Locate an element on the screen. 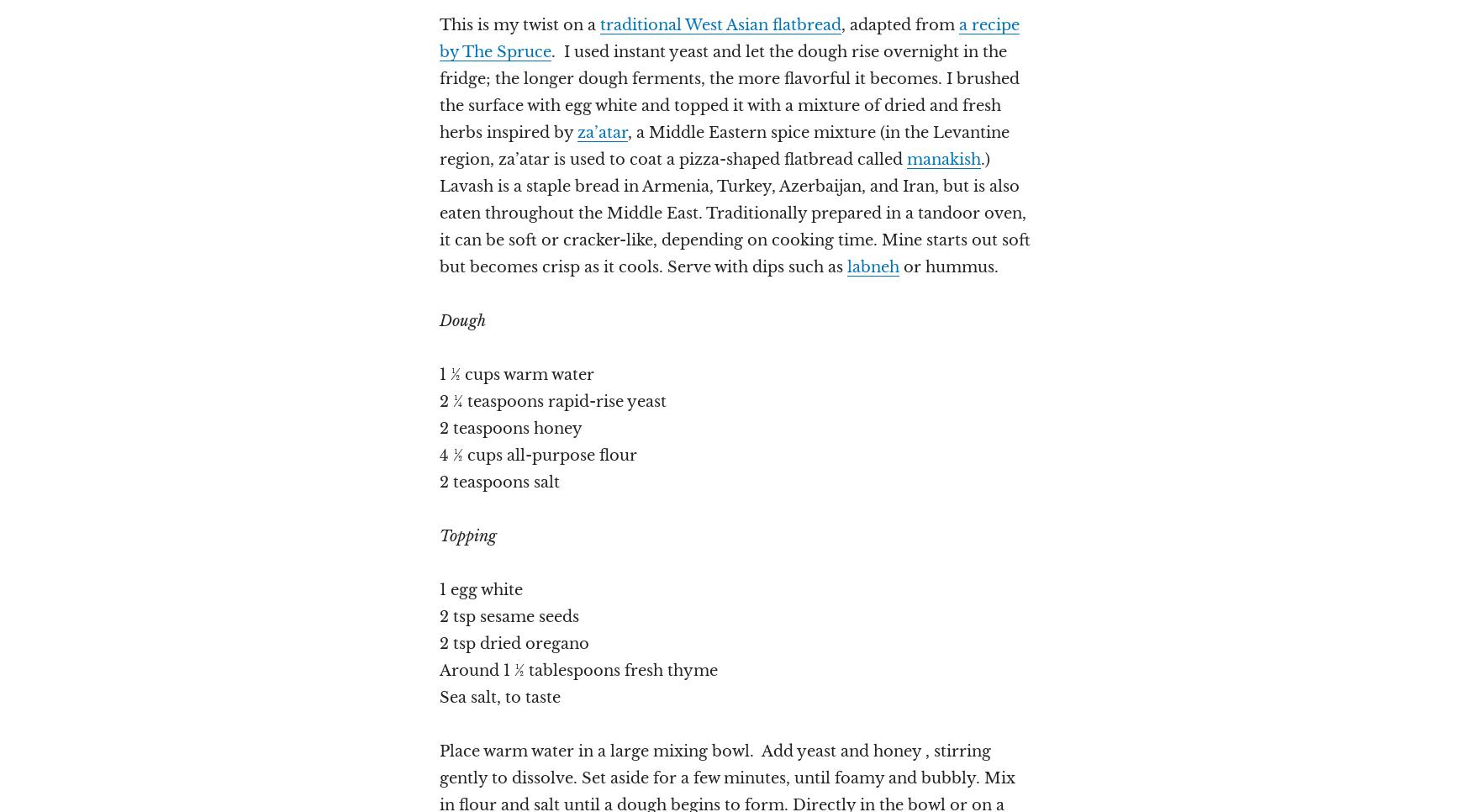 The image size is (1471, 812). '1 egg white' is located at coordinates (481, 588).